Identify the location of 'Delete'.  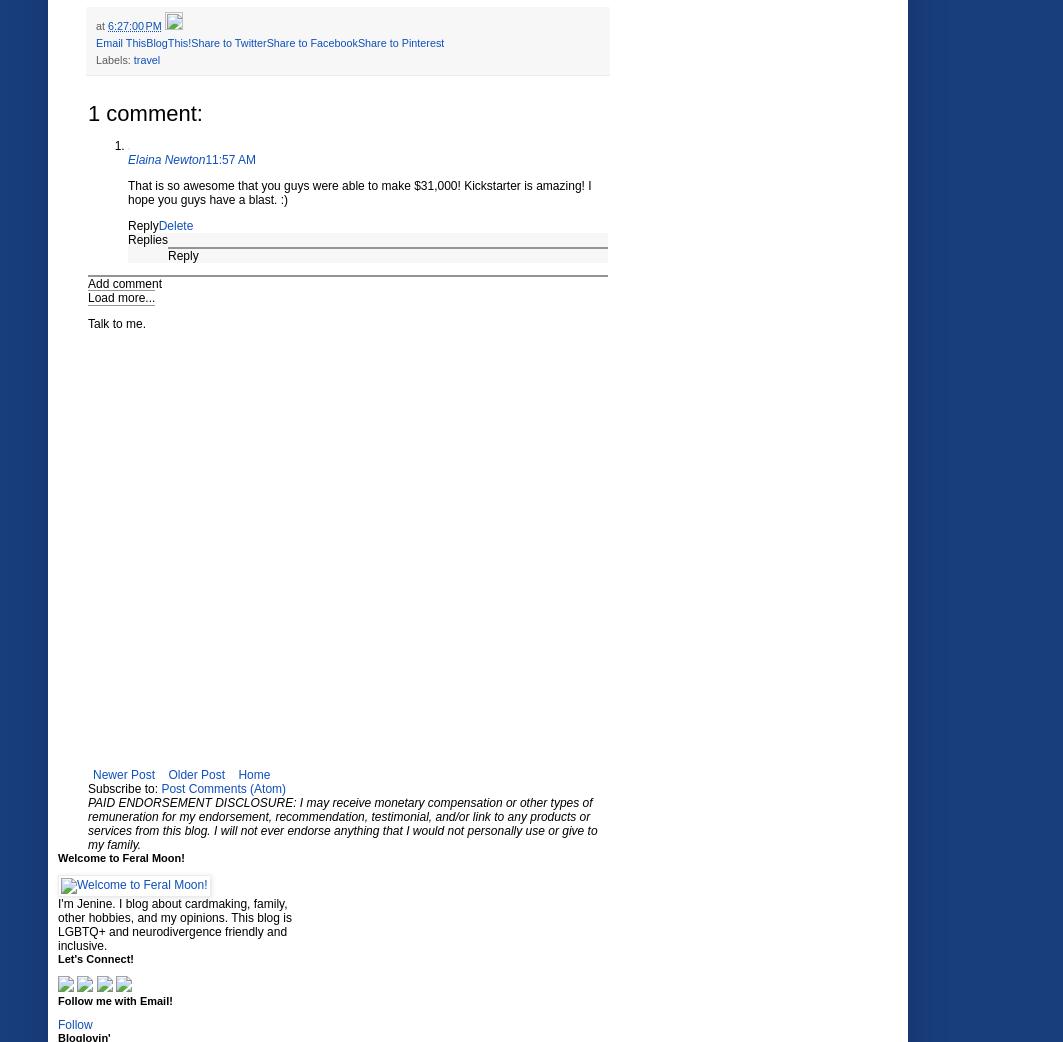
(175, 223).